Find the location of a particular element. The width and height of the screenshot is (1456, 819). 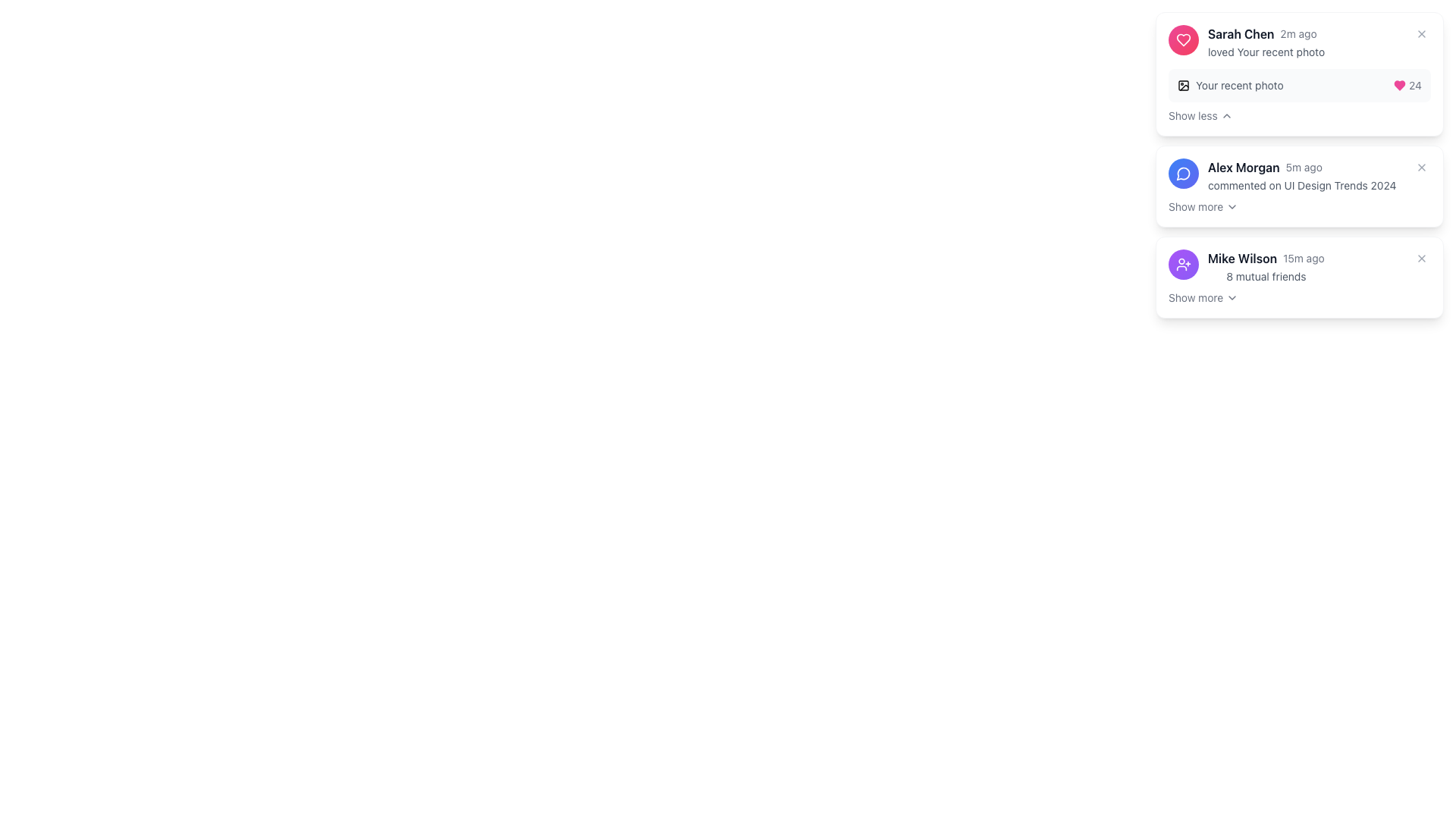

the 'Add User' icon, which is a user silhouette with a plus sign on a circular purple gradient background, located in the bottommost notification card is located at coordinates (1182, 263).